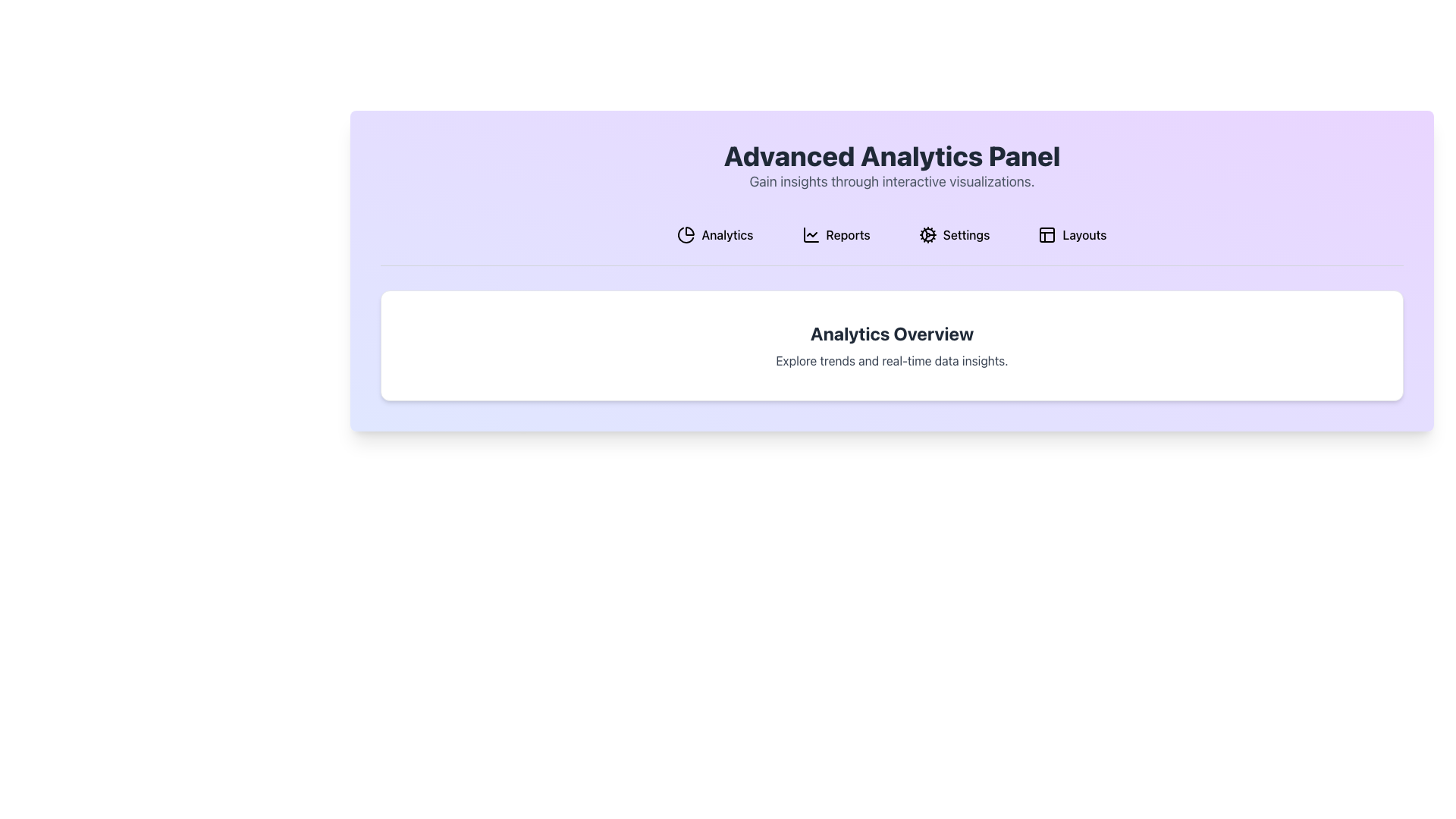 The image size is (1456, 819). I want to click on the navigation label indicating the analytics section, positioned in the upper center of the interface, so click(726, 234).